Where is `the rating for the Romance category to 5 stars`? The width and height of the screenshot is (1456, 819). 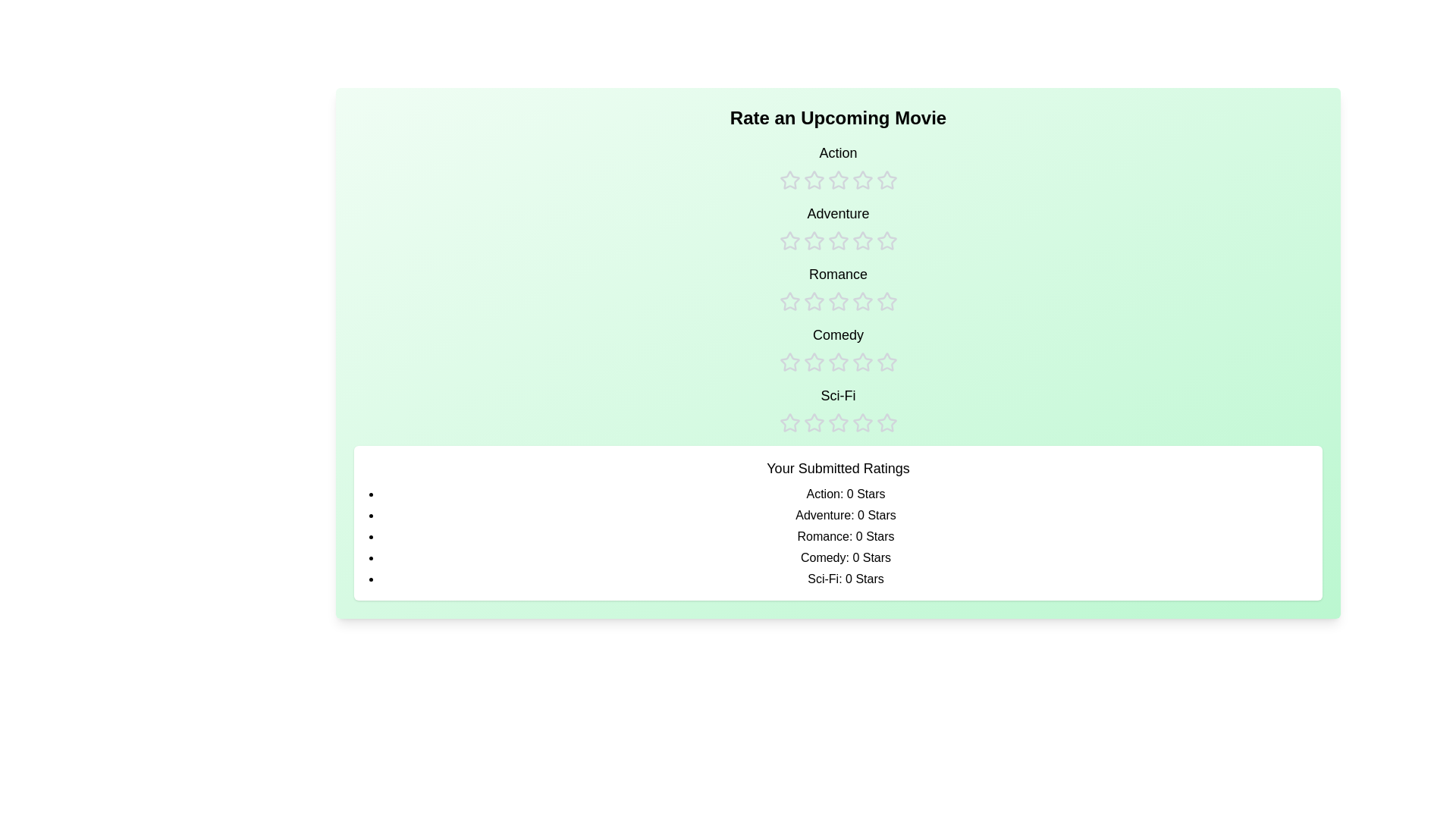
the rating for the Romance category to 5 stars is located at coordinates (886, 288).